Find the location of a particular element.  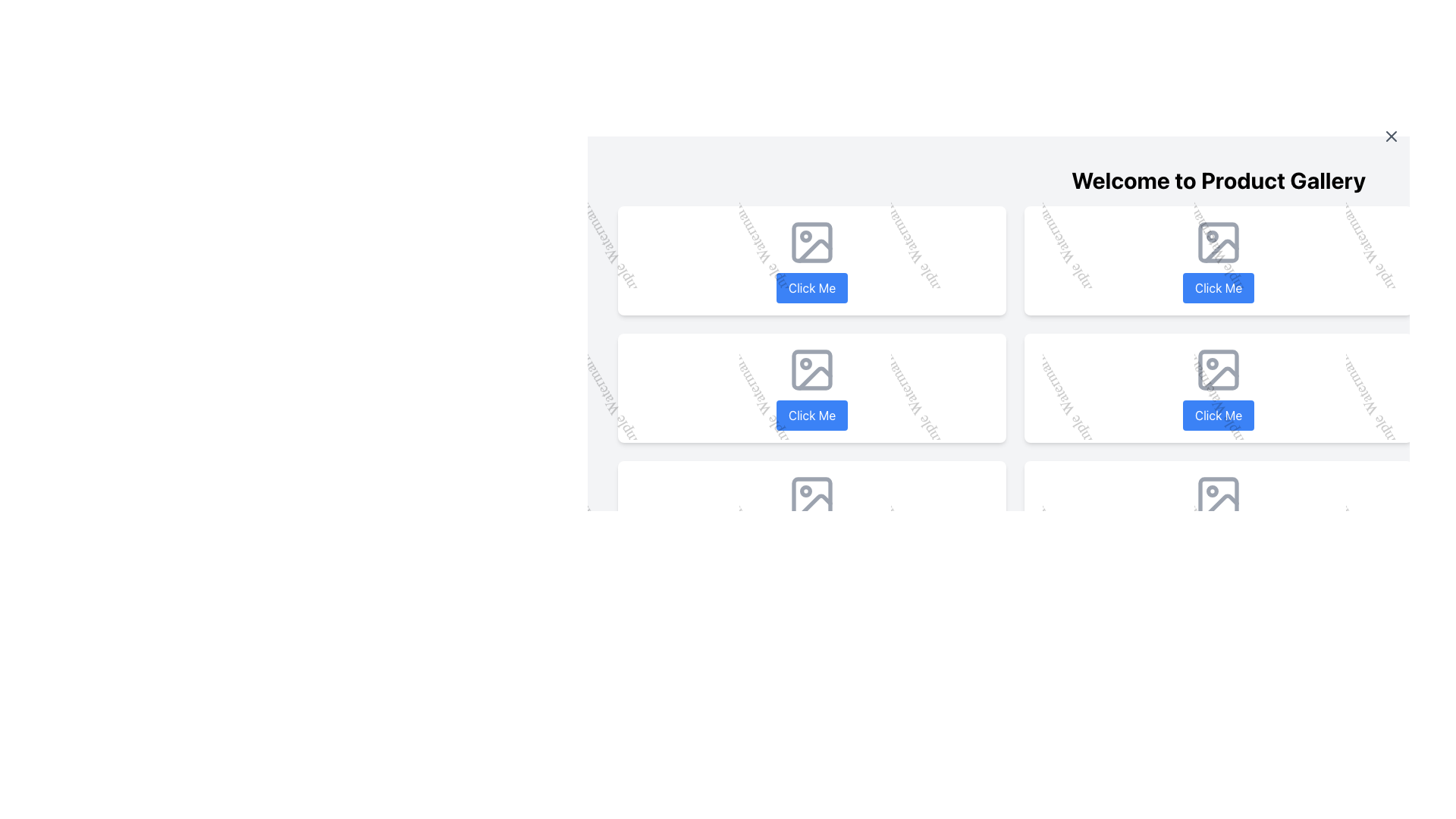

the close button represented by a cross icon located in the top-right corner of the application interface is located at coordinates (1391, 136).